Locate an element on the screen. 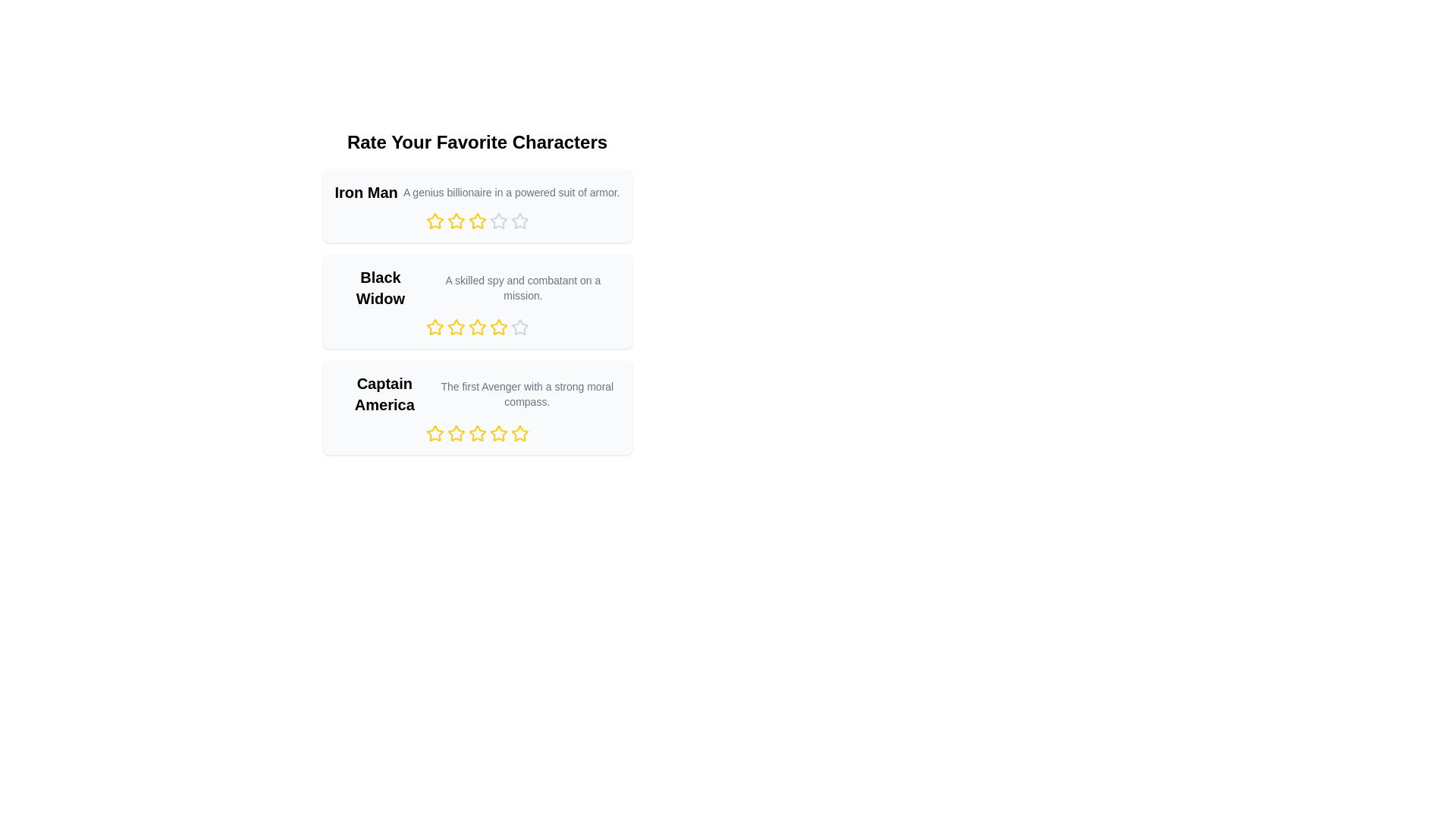 The image size is (1456, 819). the fifth star-shaped rating button for 'Iron Man' is located at coordinates (519, 221).